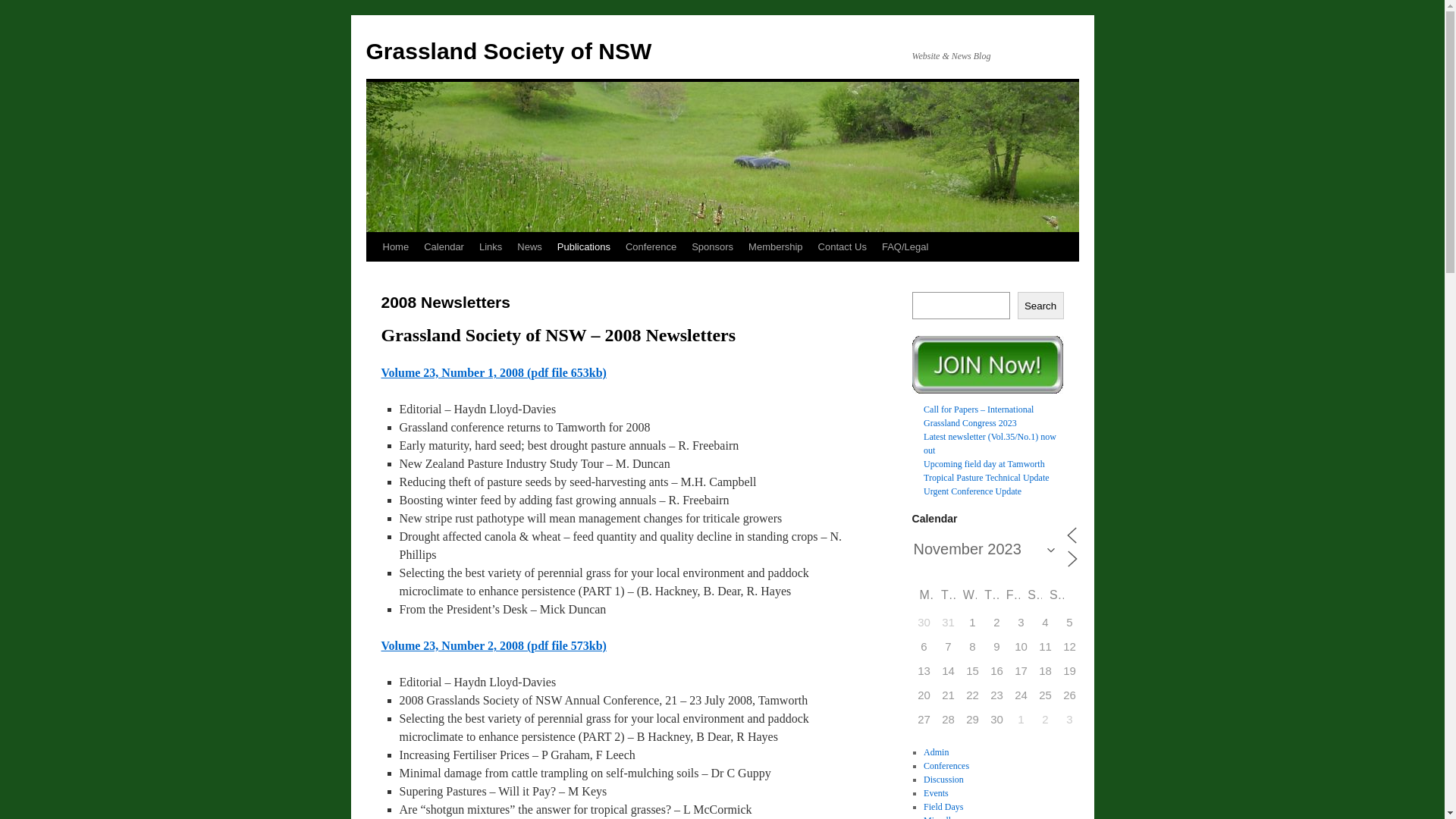  What do you see at coordinates (711, 246) in the screenshot?
I see `'Sponsors'` at bounding box center [711, 246].